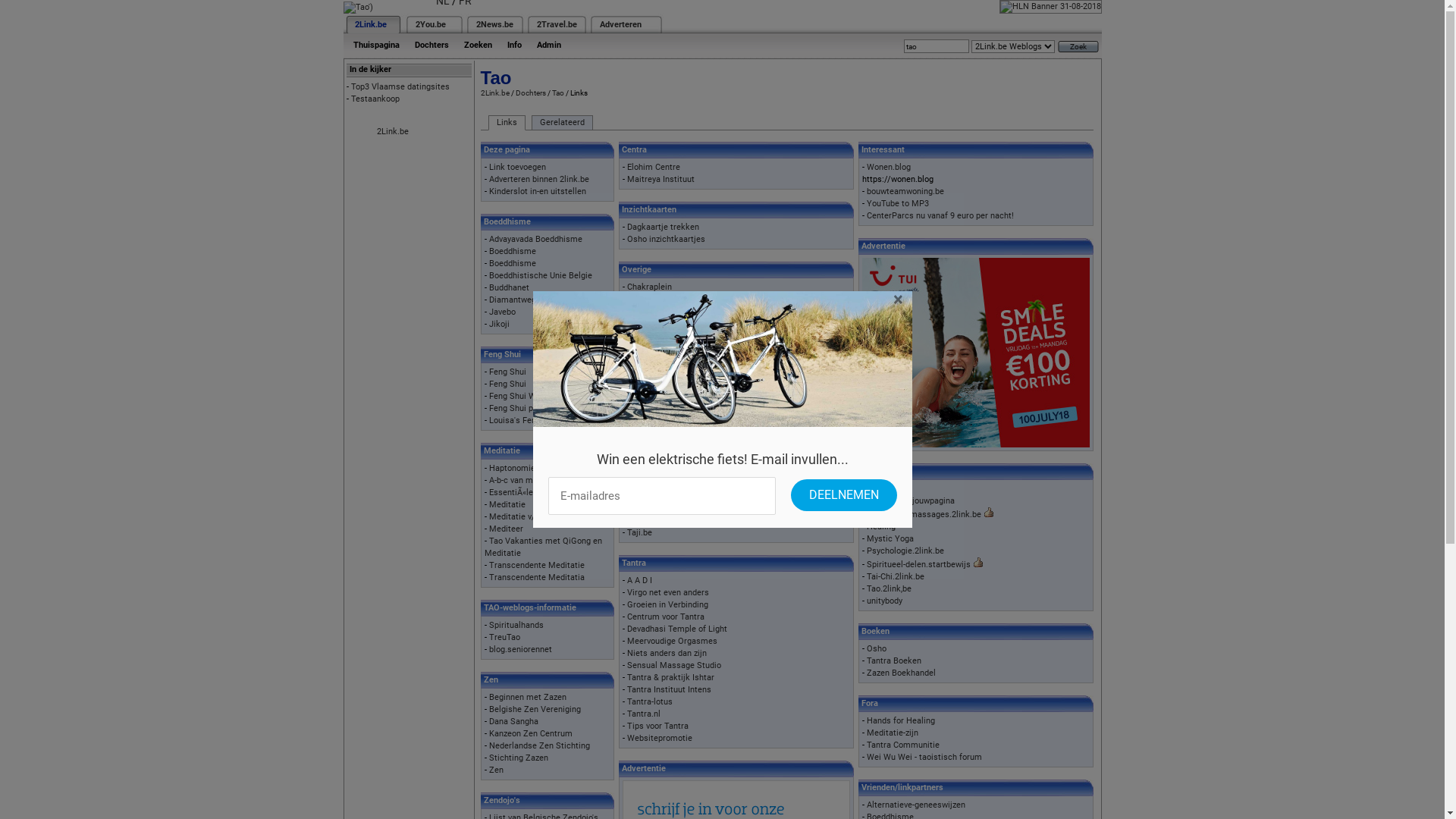 Image resolution: width=1456 pixels, height=819 pixels. Describe the element at coordinates (556, 24) in the screenshot. I see `'2Travel.be'` at that location.